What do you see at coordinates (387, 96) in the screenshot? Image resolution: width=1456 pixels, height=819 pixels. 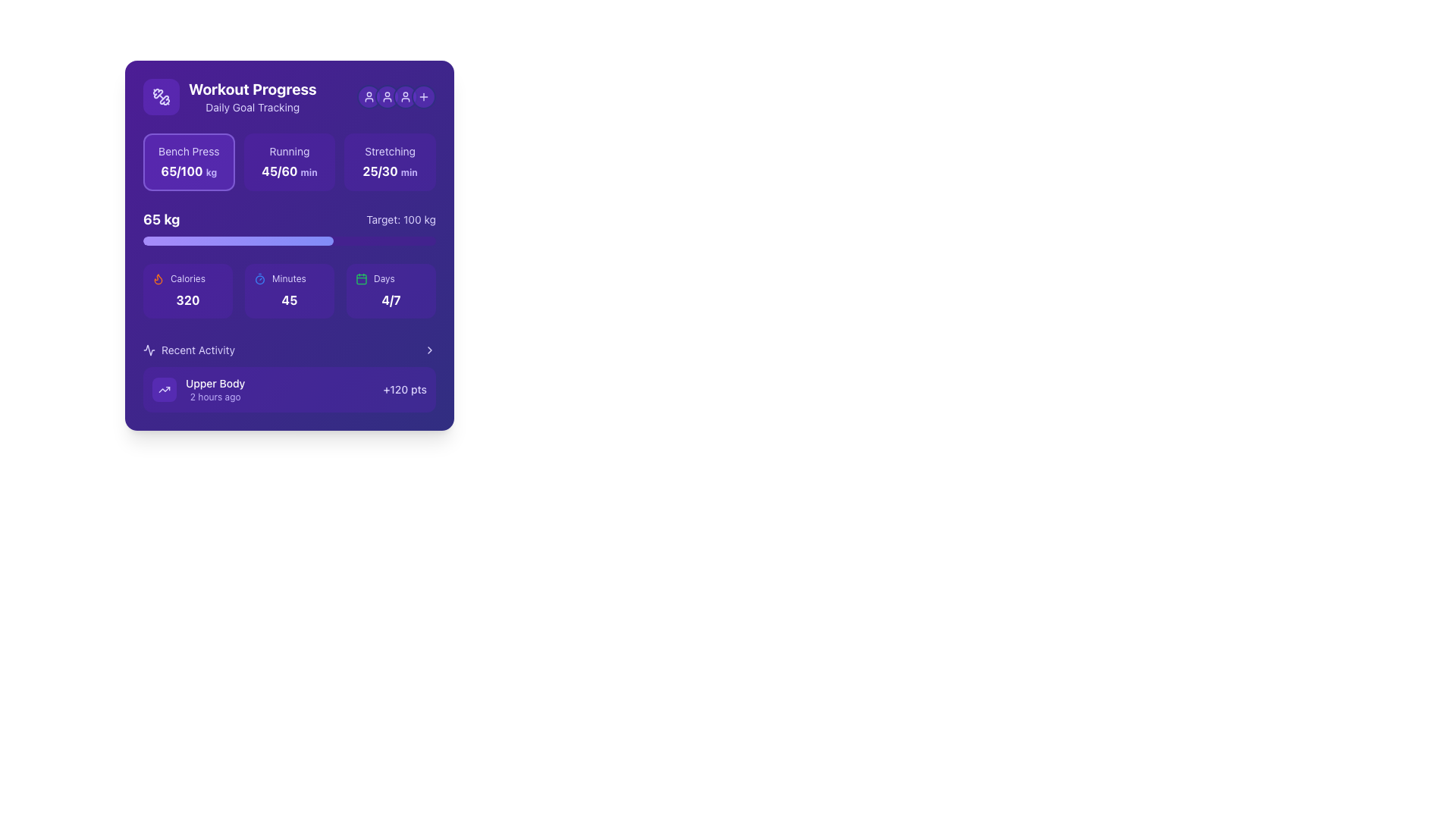 I see `the small user icon (SVG graphic) with a light violet color, located in the top-right corner of the 'Workout Progress' card, which is the second icon from the left` at bounding box center [387, 96].